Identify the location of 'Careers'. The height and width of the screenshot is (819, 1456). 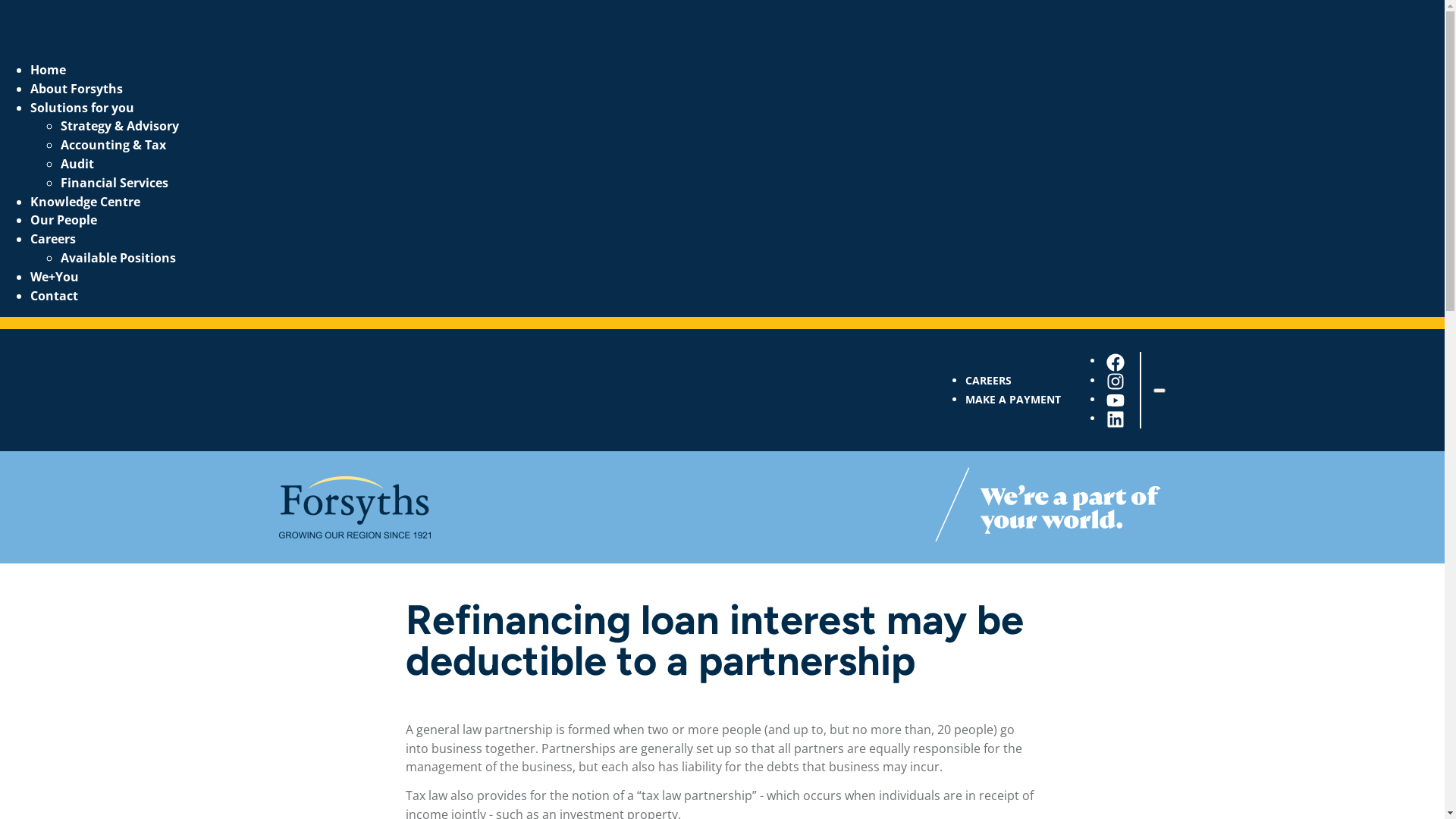
(53, 239).